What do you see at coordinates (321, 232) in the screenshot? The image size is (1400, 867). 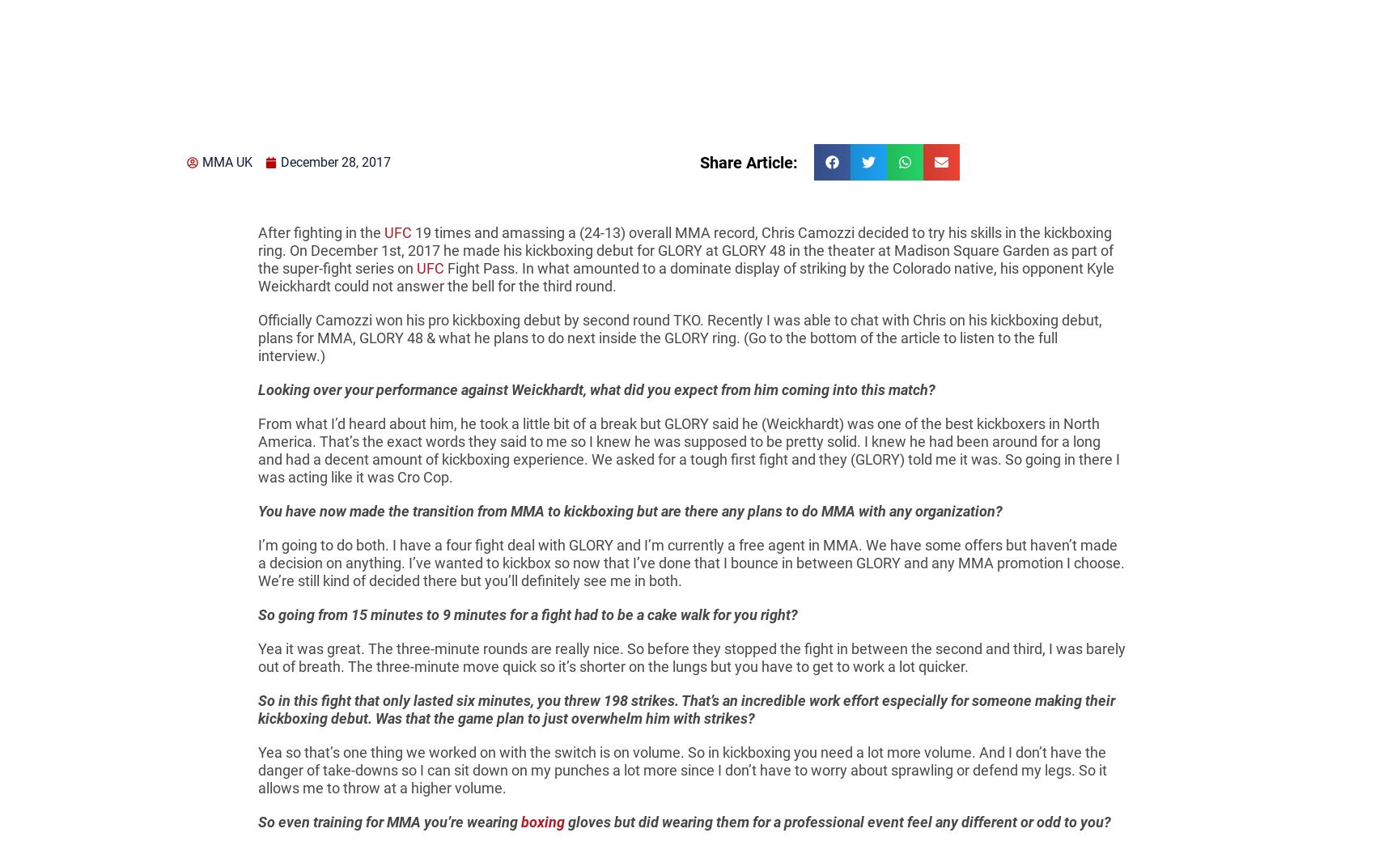 I see `'After fighting in the'` at bounding box center [321, 232].